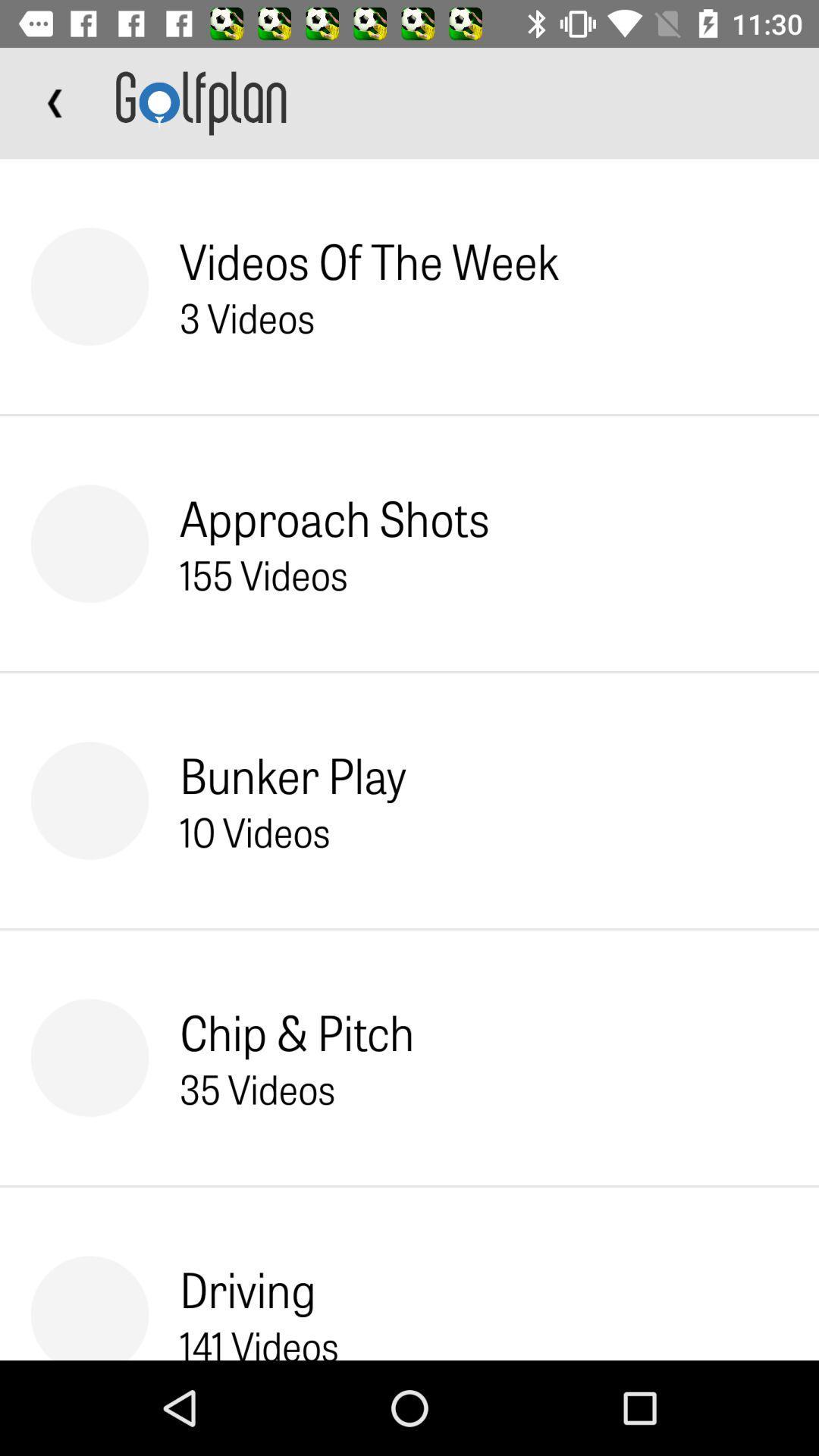 Image resolution: width=819 pixels, height=1456 pixels. Describe the element at coordinates (247, 1288) in the screenshot. I see `the driving` at that location.